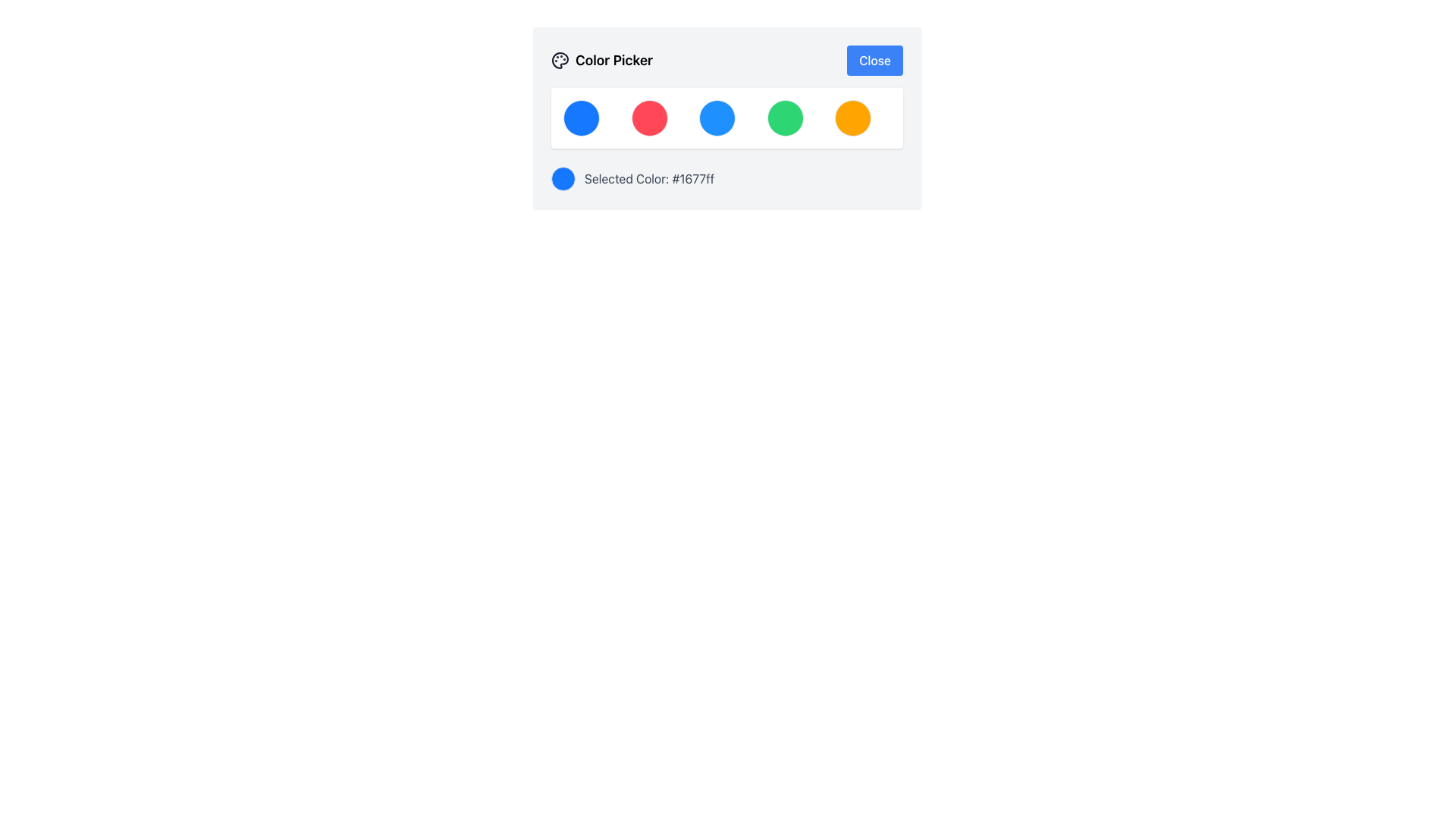  Describe the element at coordinates (560, 60) in the screenshot. I see `the palette icon, which is a vector shape with a circular layout and smaller circles, located in the left section of the horizontal bar at the top of the color picker component` at that location.